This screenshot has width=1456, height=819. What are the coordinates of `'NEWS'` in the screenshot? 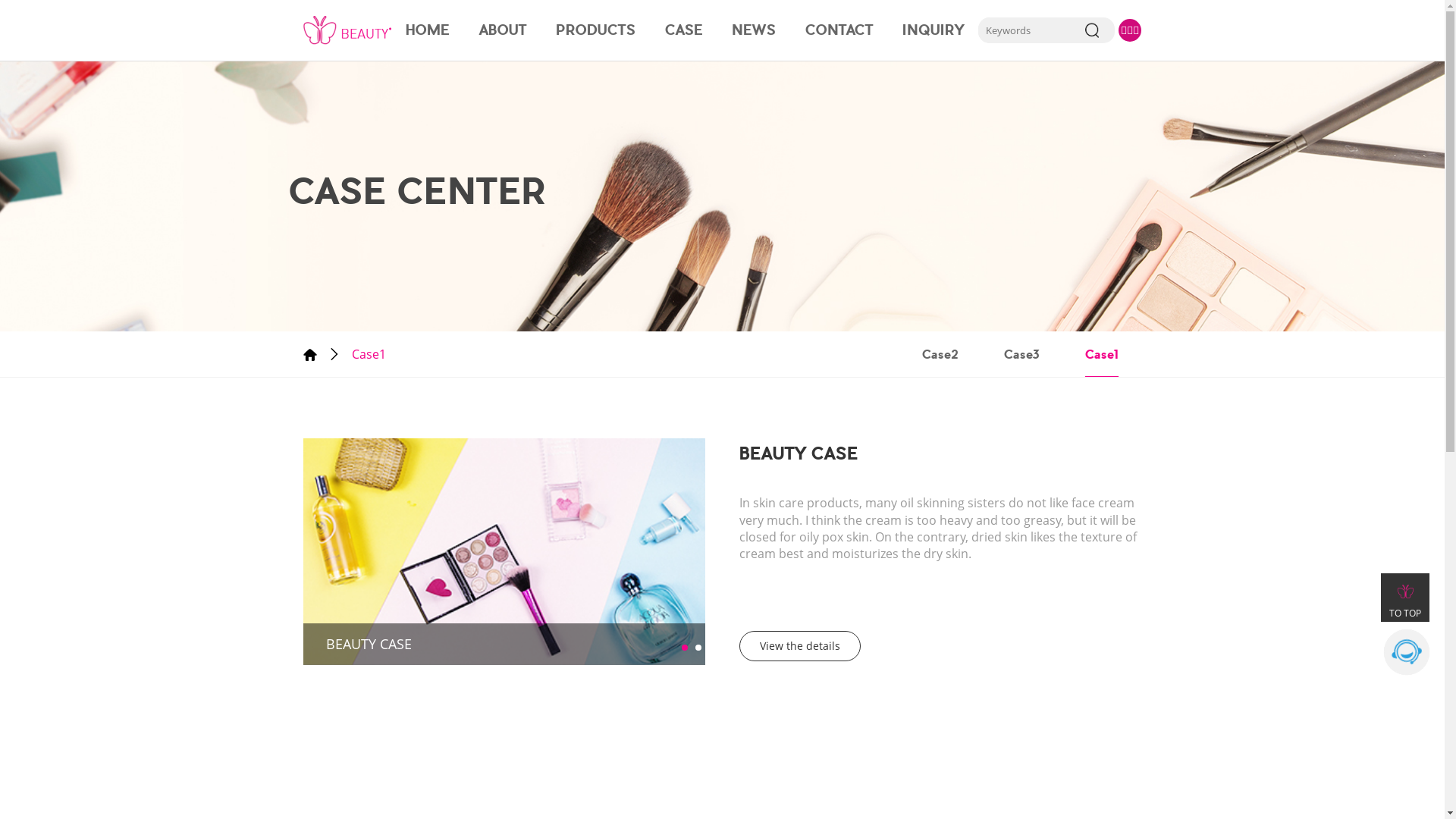 It's located at (753, 30).